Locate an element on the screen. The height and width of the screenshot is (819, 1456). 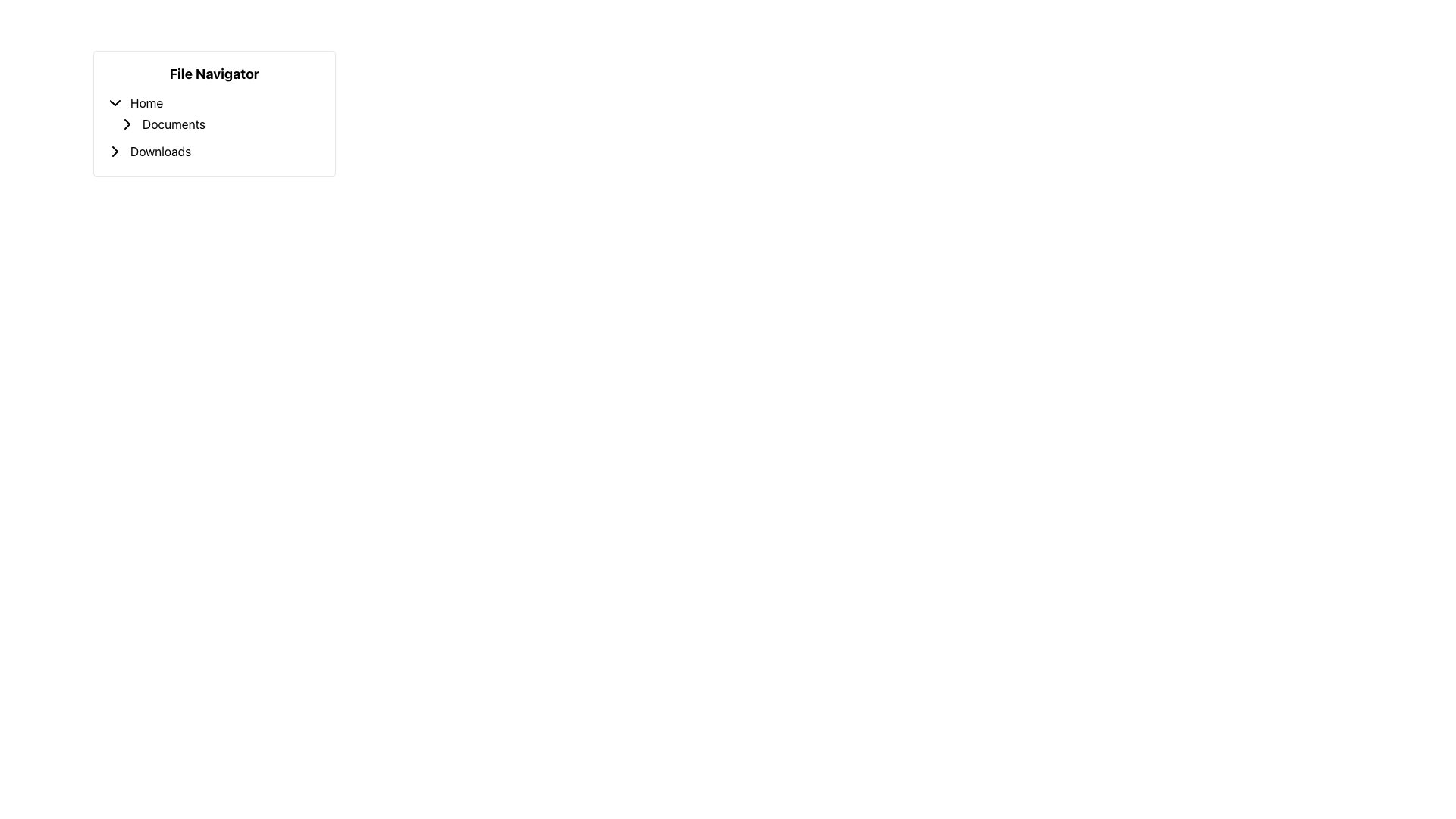
the downward-facing chevron icon located to the left of the 'Home' text within the 'File Navigator' is located at coordinates (115, 102).